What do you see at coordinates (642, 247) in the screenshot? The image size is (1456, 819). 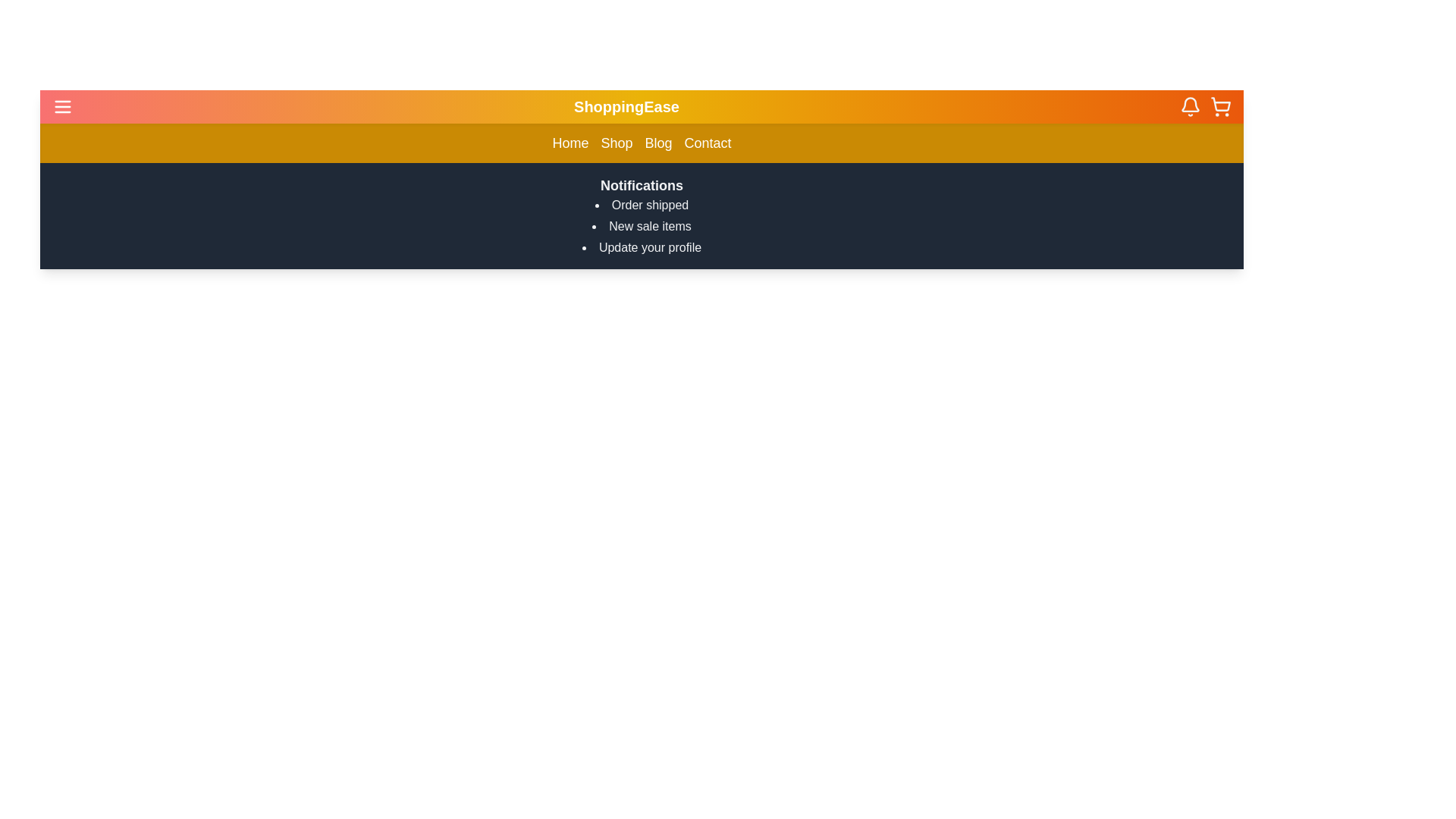 I see `the list item labeled 'Update your profile' which is the third item in the bulleted list under 'Notifications'` at bounding box center [642, 247].